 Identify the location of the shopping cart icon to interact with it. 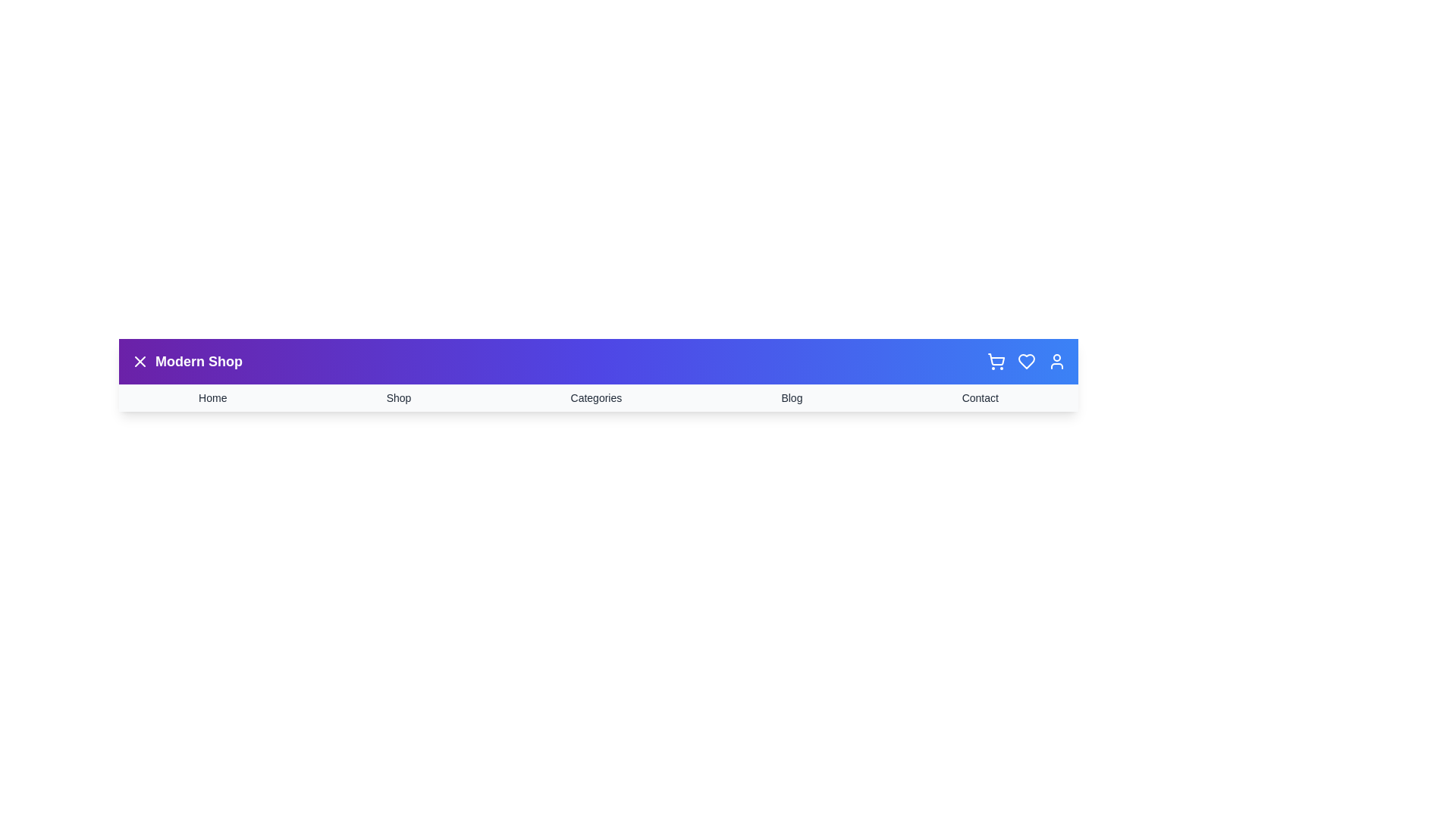
(996, 362).